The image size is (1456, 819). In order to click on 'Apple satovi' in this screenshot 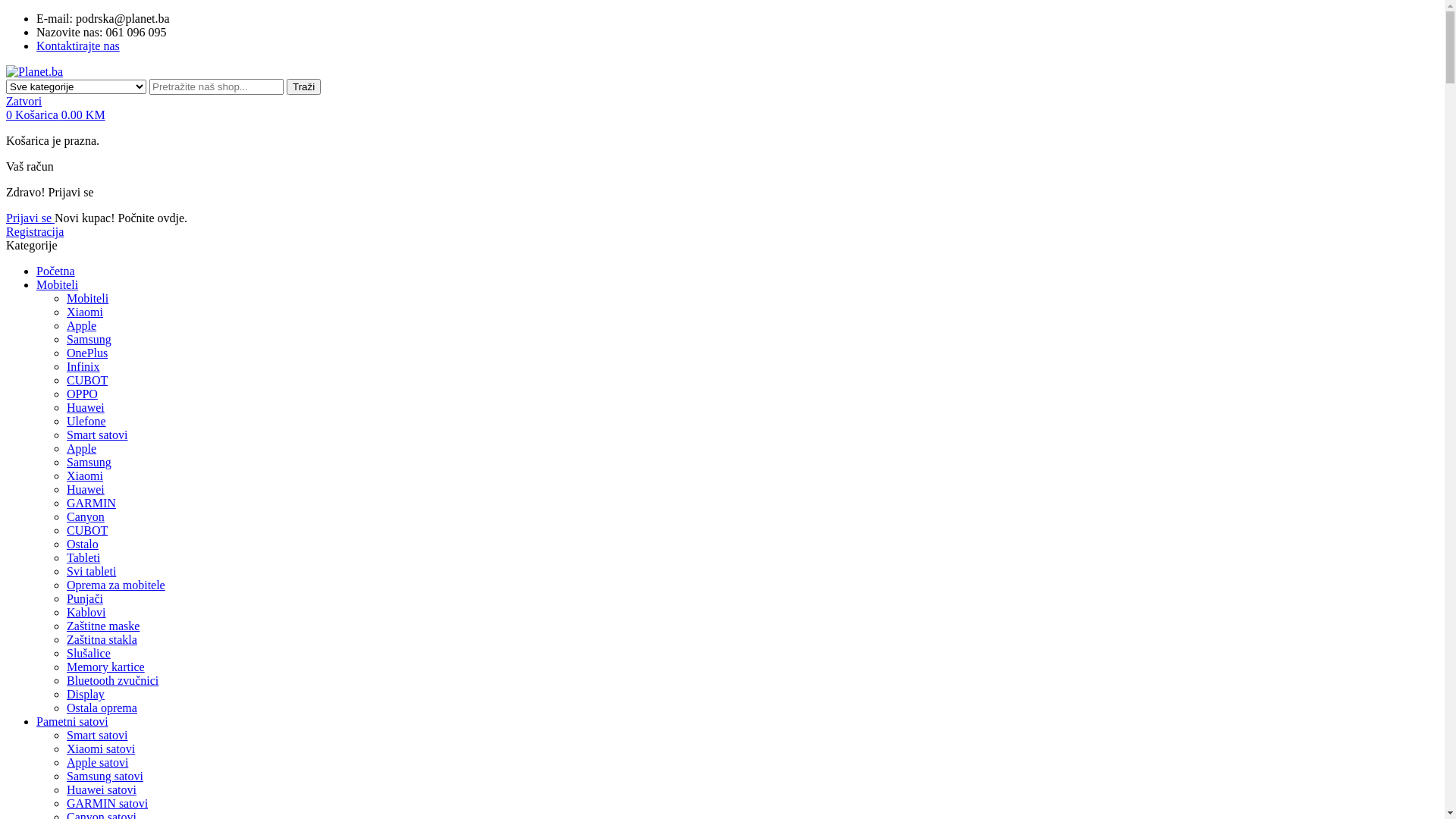, I will do `click(65, 762)`.